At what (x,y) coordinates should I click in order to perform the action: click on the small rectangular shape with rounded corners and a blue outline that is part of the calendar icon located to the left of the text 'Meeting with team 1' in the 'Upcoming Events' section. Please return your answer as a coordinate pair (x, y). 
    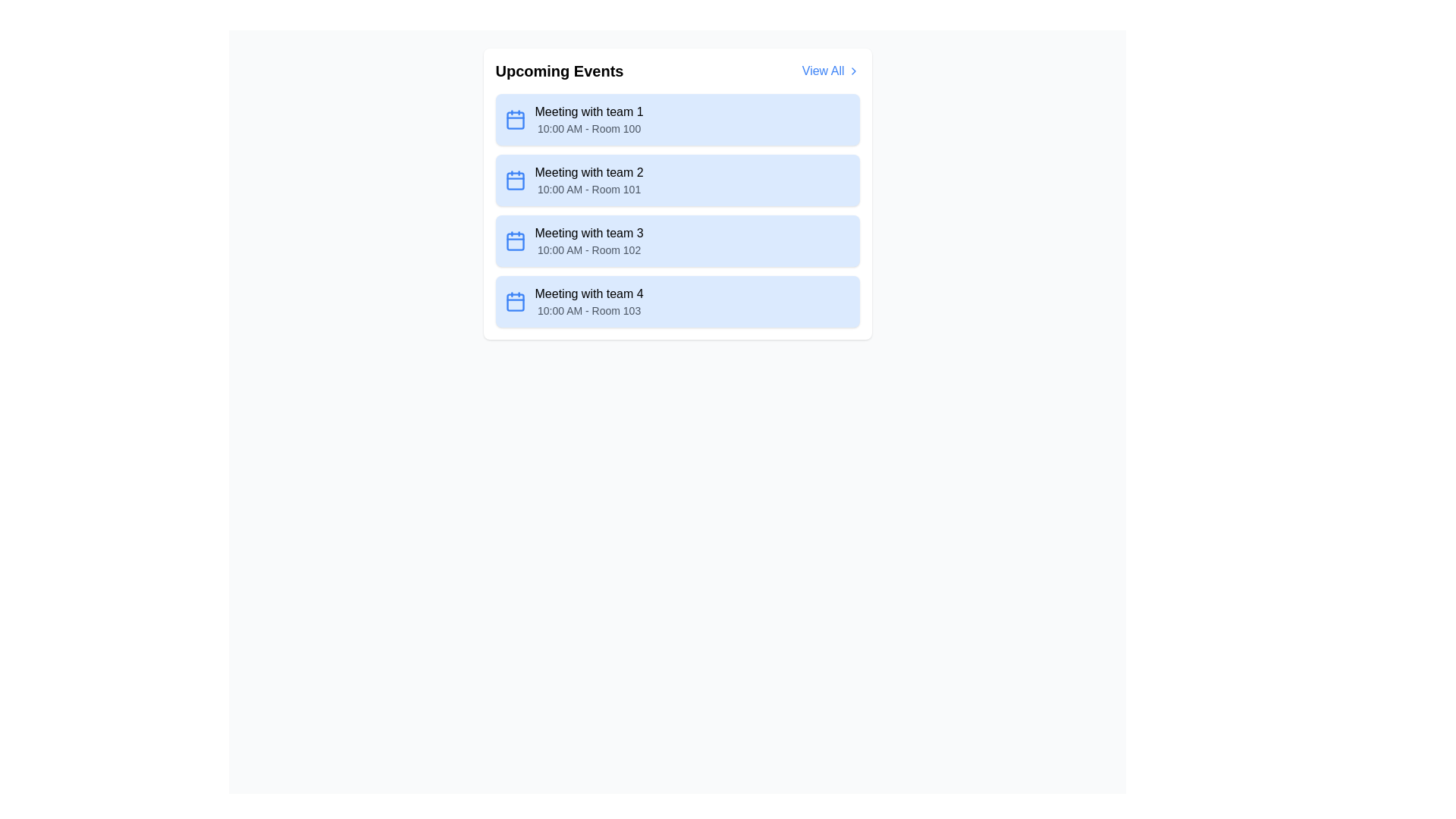
    Looking at the image, I should click on (515, 120).